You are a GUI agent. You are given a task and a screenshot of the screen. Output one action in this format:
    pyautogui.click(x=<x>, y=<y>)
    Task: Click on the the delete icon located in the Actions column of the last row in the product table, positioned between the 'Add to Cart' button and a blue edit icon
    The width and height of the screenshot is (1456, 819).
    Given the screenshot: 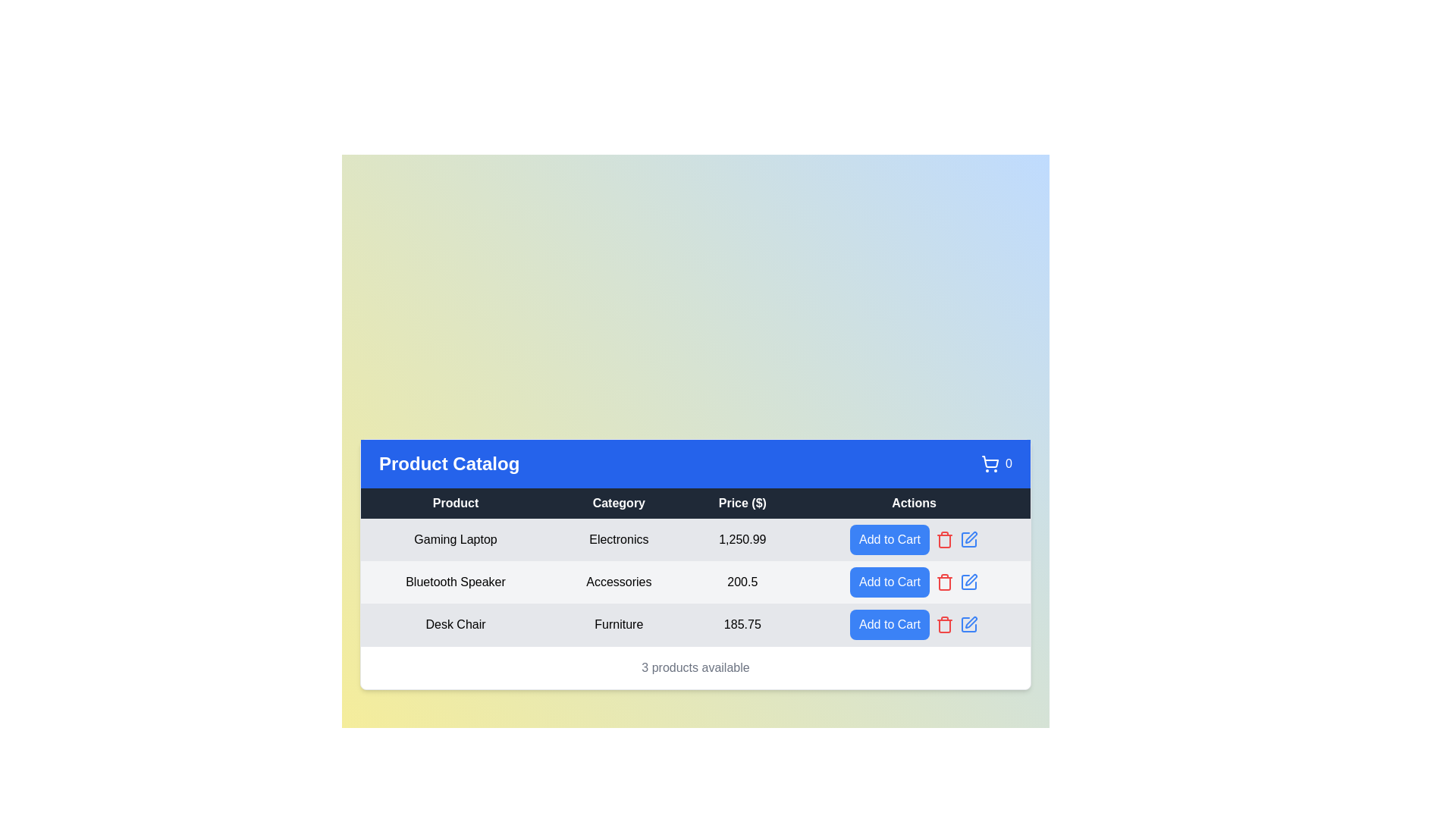 What is the action you would take?
    pyautogui.click(x=943, y=624)
    